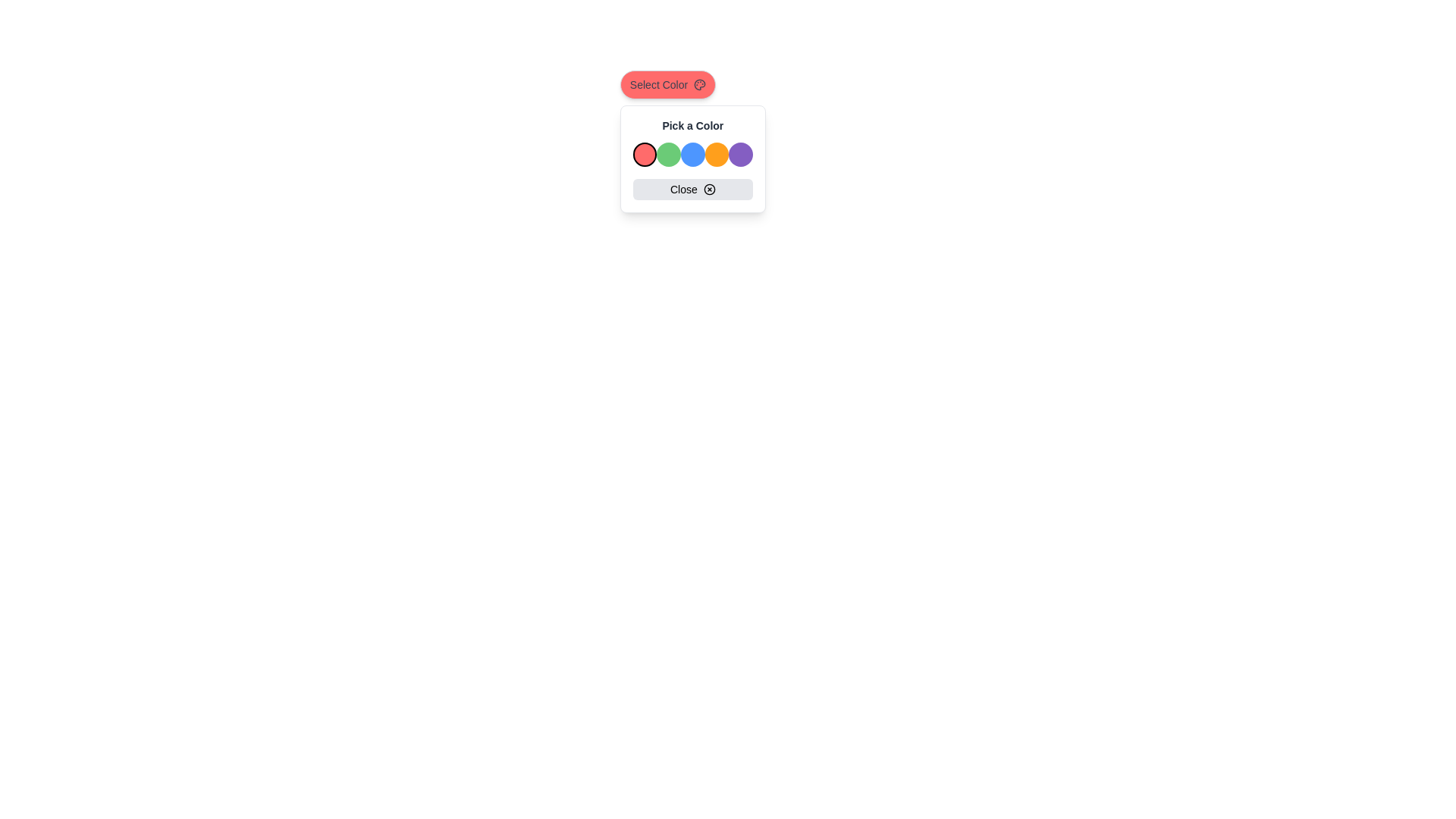  What do you see at coordinates (741, 155) in the screenshot?
I see `the fifth circle in the horizontal row of selectable color options within the 'Pick a Color' modal` at bounding box center [741, 155].